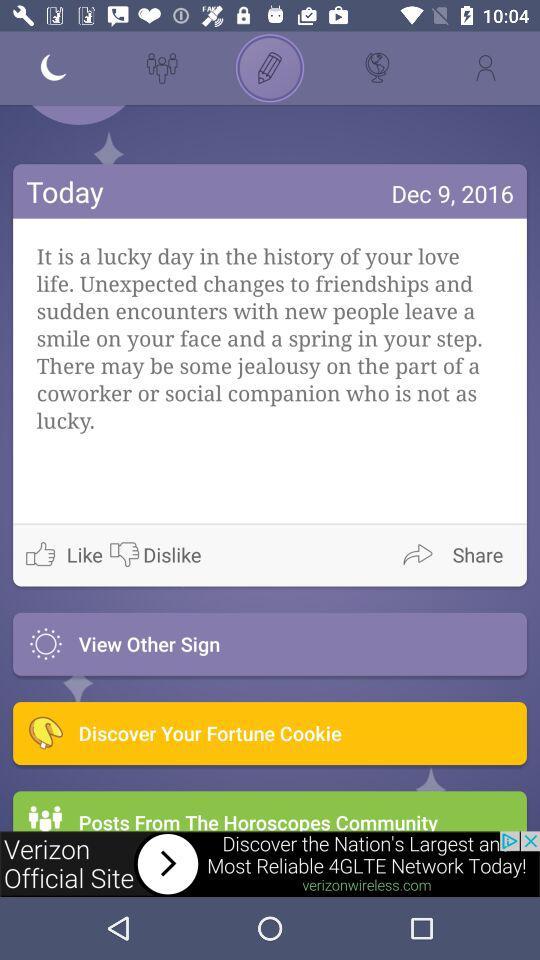 This screenshot has height=960, width=540. I want to click on message box, so click(510, 114).